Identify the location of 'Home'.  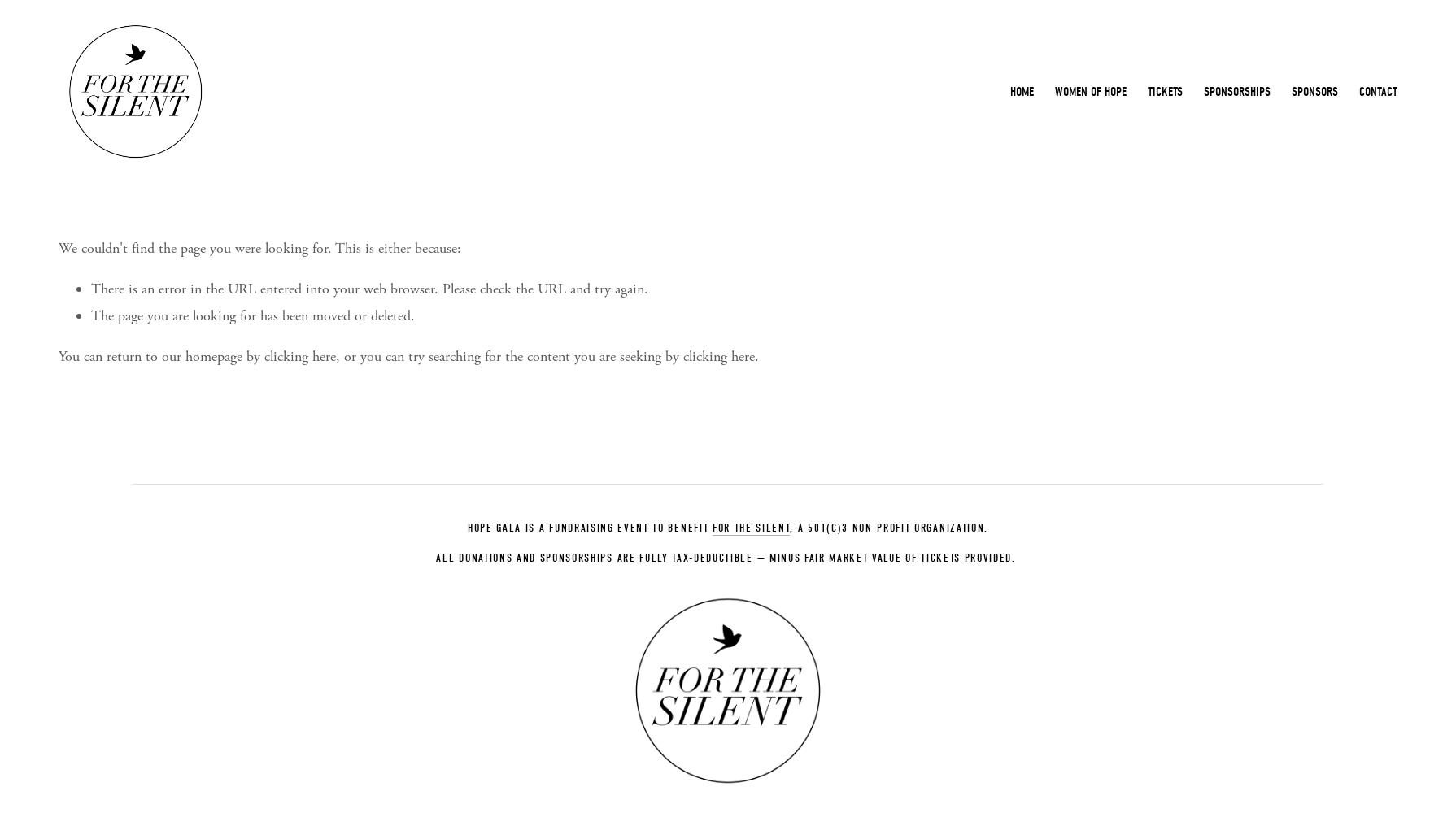
(1022, 91).